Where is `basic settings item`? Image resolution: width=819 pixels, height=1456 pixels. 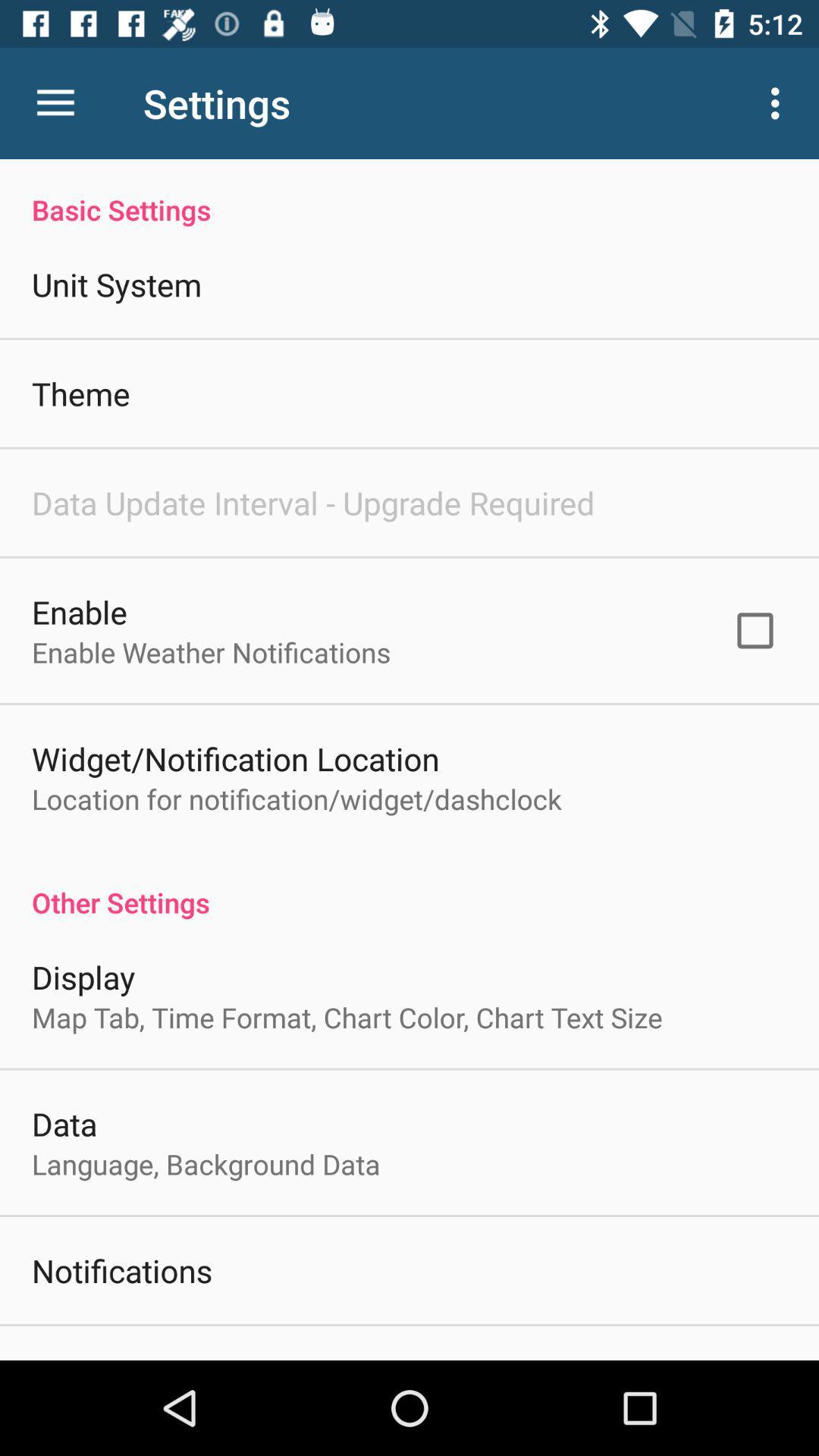 basic settings item is located at coordinates (409, 193).